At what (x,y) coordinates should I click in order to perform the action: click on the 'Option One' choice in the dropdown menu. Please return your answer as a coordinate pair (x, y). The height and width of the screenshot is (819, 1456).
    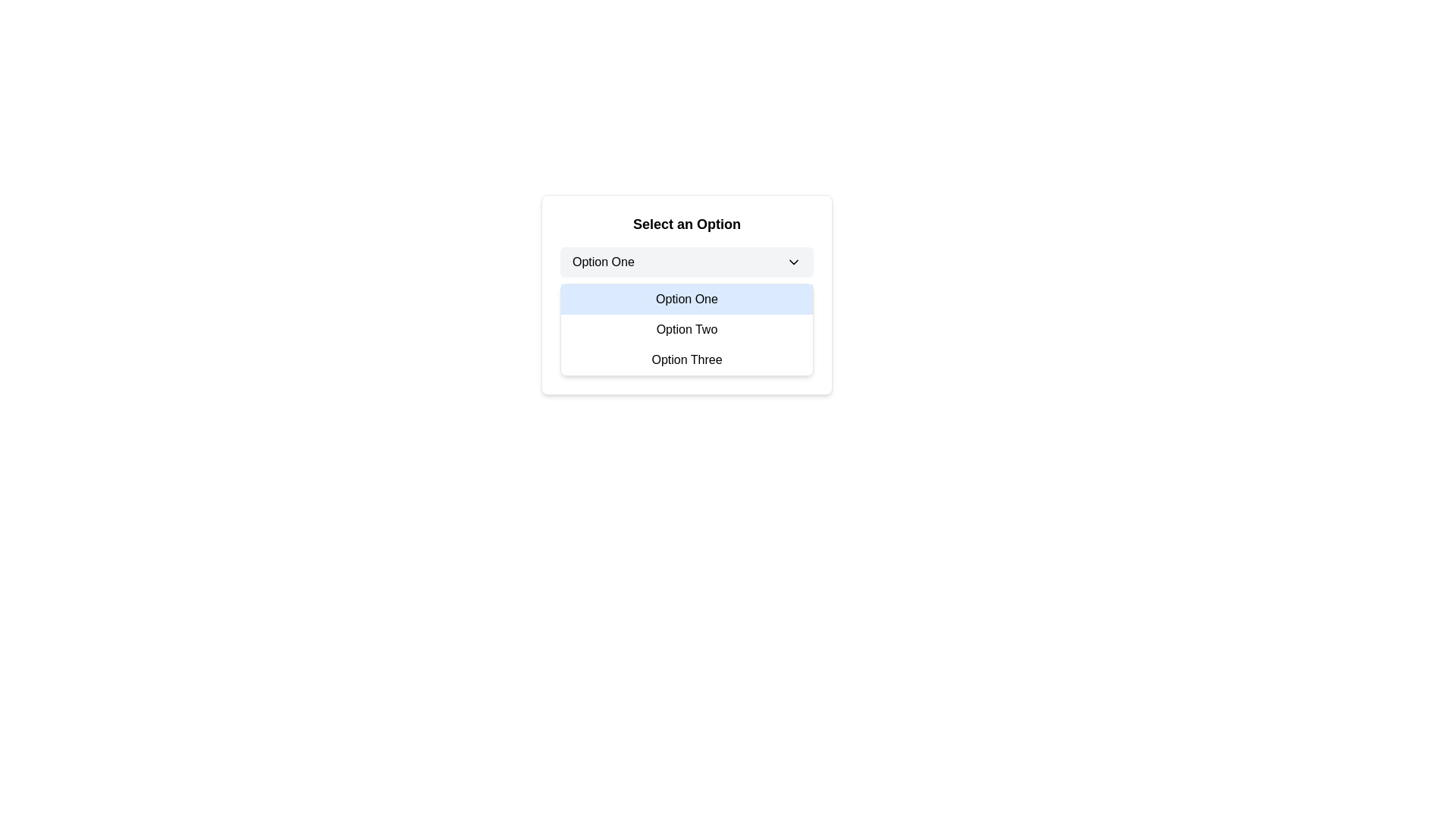
    Looking at the image, I should click on (686, 295).